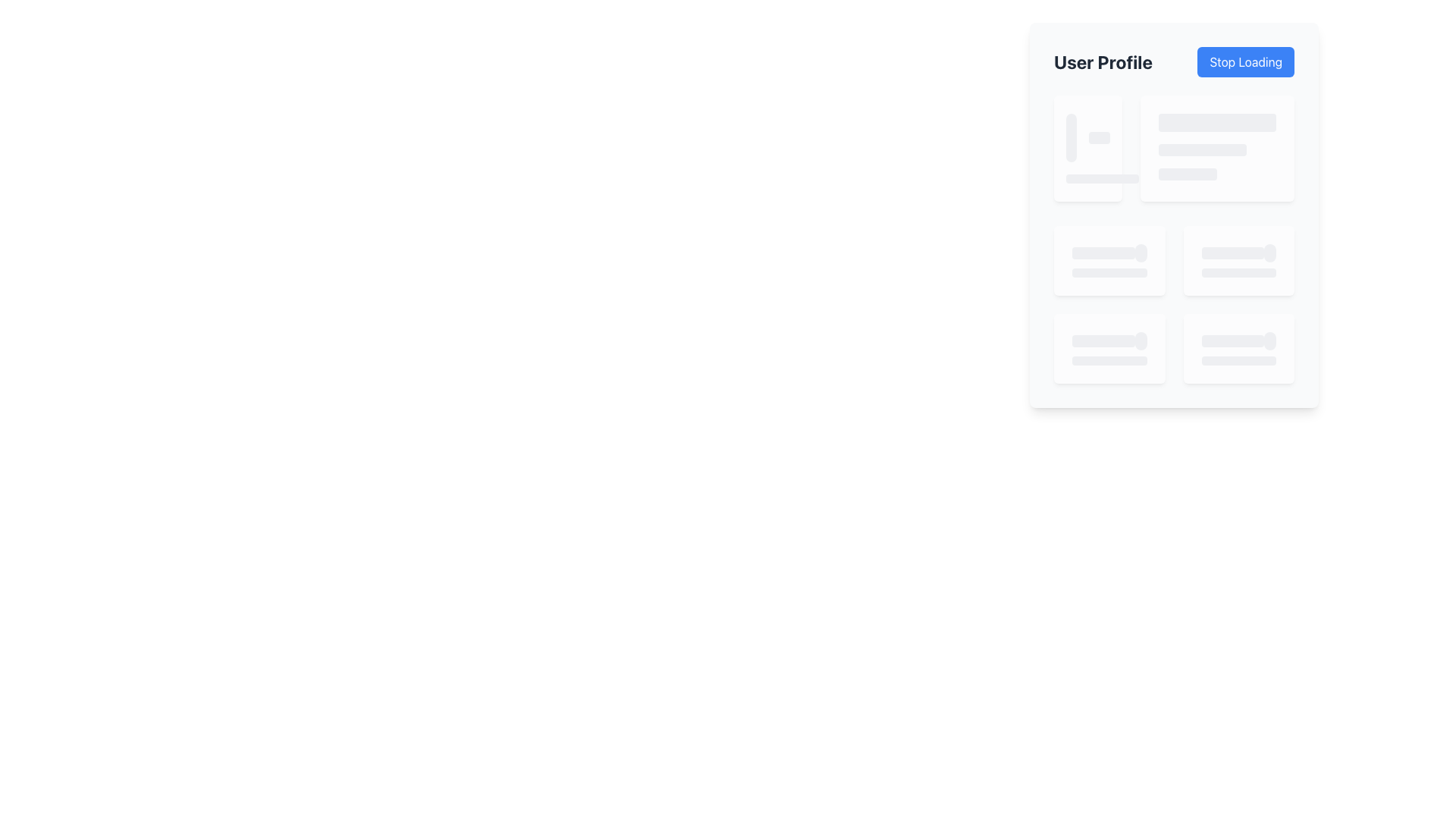 The image size is (1456, 819). What do you see at coordinates (1238, 348) in the screenshot?
I see `the Placeholder element located in the bottom-right corner of the grid layout, indicating a content loading state` at bounding box center [1238, 348].